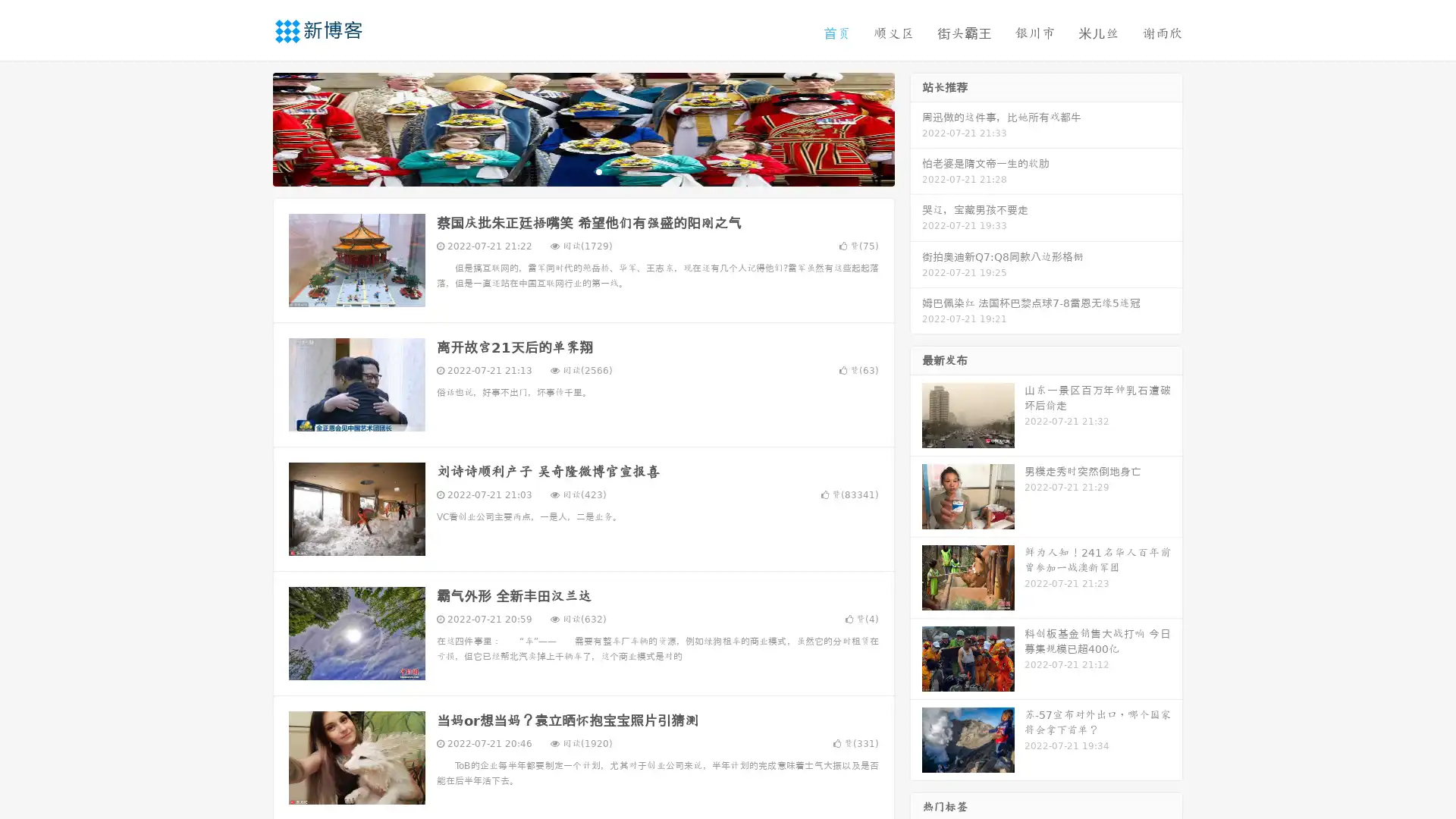  Describe the element at coordinates (582, 171) in the screenshot. I see `Go to slide 2` at that location.